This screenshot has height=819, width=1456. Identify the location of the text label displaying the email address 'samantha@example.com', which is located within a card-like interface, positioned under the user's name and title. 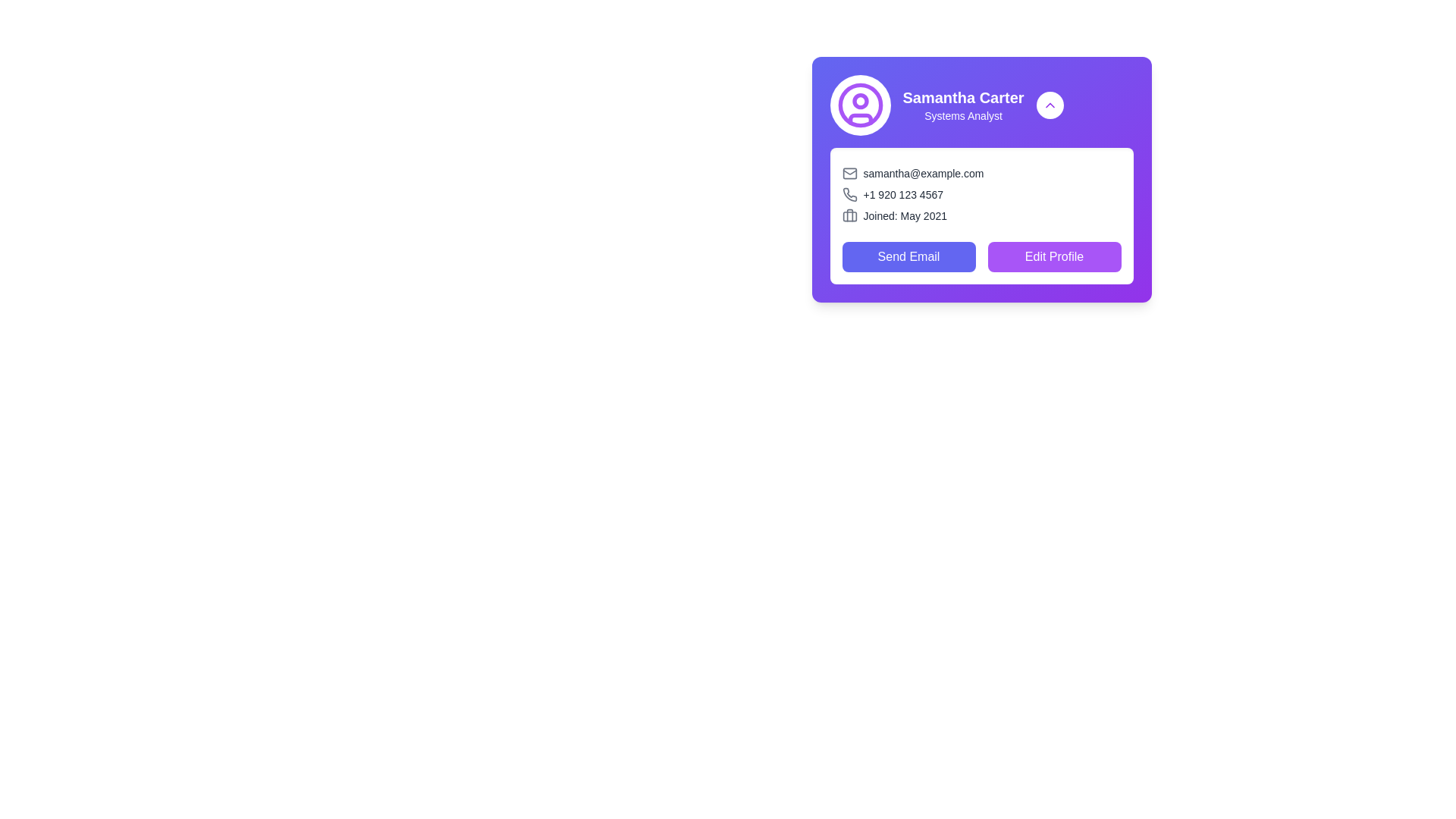
(981, 172).